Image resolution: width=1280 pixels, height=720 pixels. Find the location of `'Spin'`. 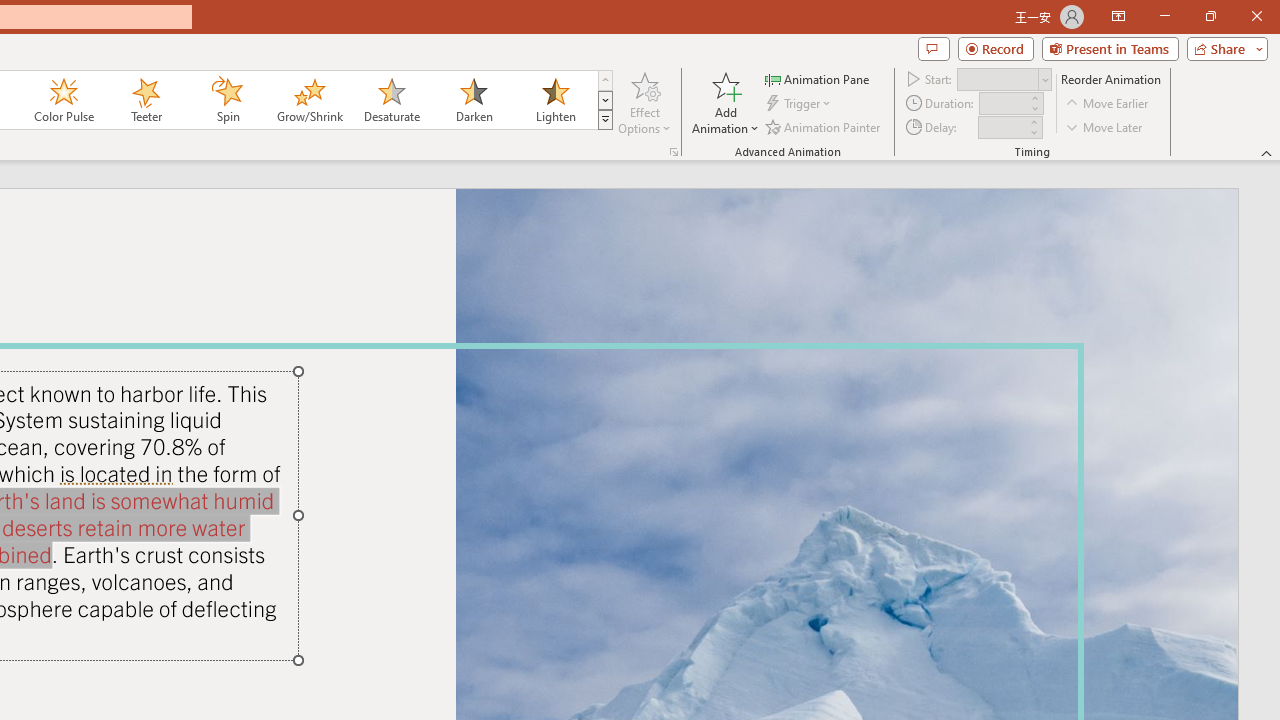

'Spin' is located at coordinates (227, 100).